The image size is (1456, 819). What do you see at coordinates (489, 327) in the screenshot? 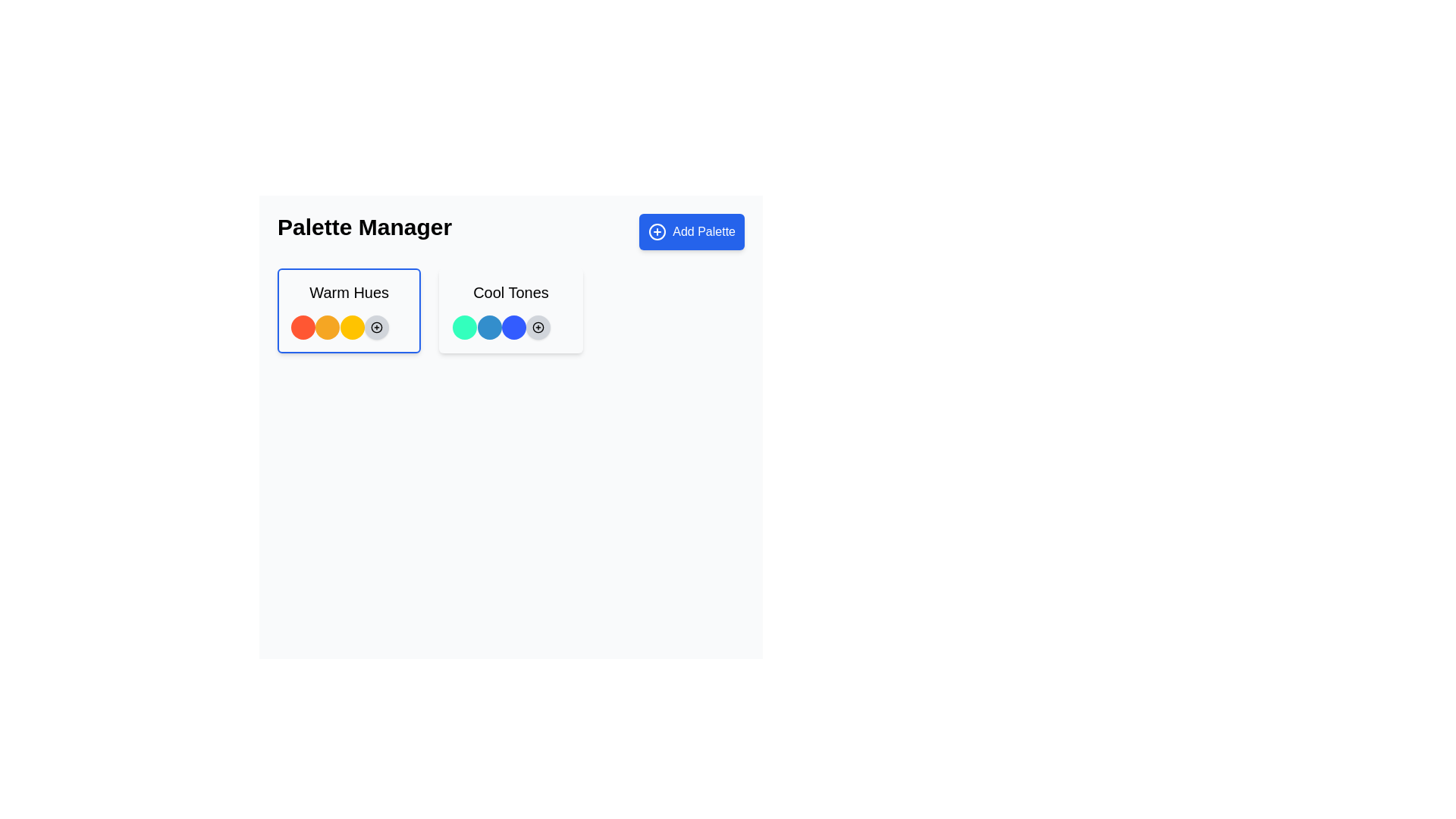
I see `the color of the second circular visual icon in the 'Cool Tones' palette section` at bounding box center [489, 327].